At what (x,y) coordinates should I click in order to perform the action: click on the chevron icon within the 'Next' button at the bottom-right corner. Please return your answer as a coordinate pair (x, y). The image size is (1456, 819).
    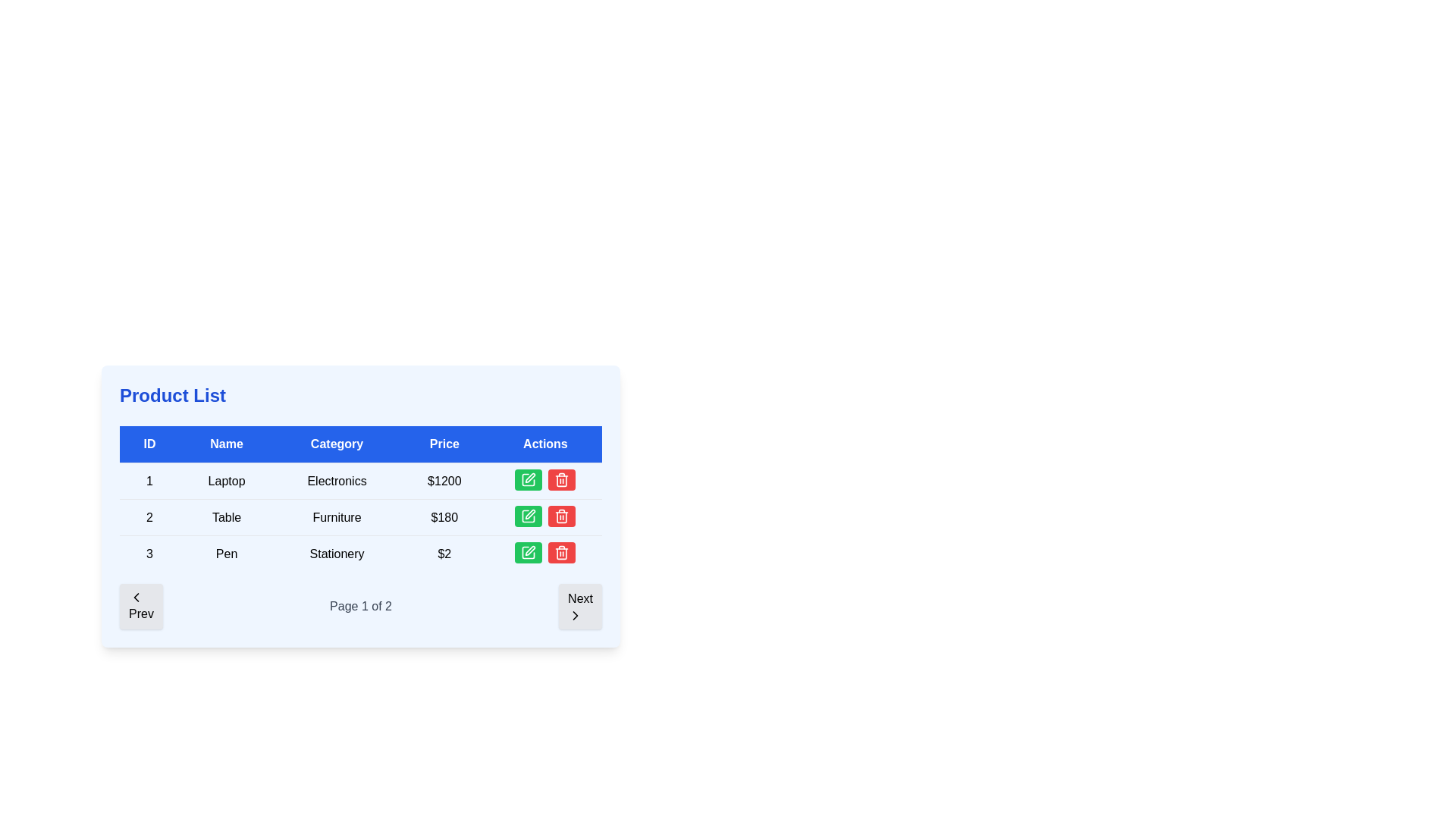
    Looking at the image, I should click on (575, 616).